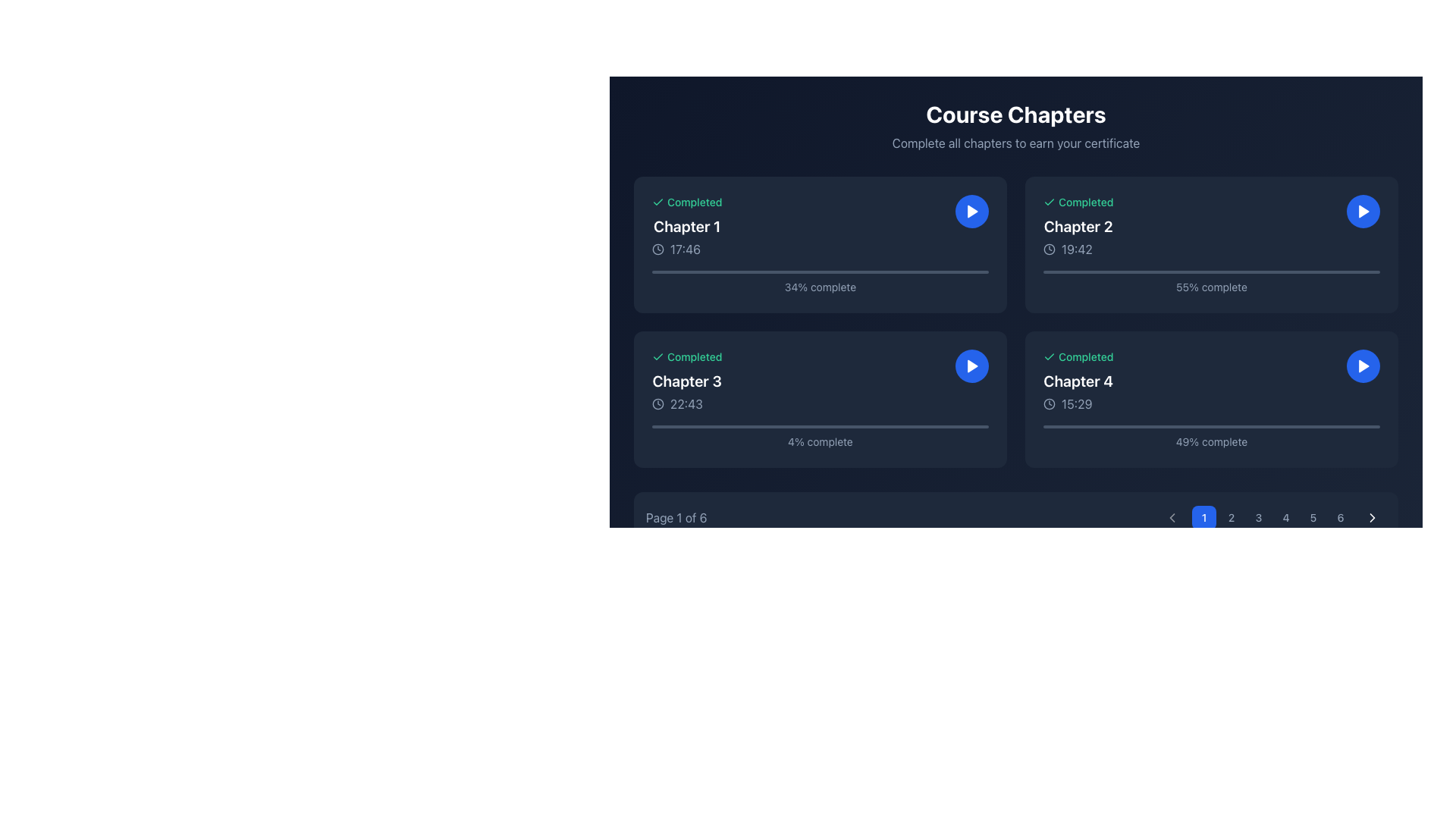  What do you see at coordinates (658, 248) in the screenshot?
I see `the circular graphic within the SVG icon that represents the outline of a clock face, which is located adjacent to the timestamp for 'Chapter 1', visually preceding the time display '17:46'` at bounding box center [658, 248].